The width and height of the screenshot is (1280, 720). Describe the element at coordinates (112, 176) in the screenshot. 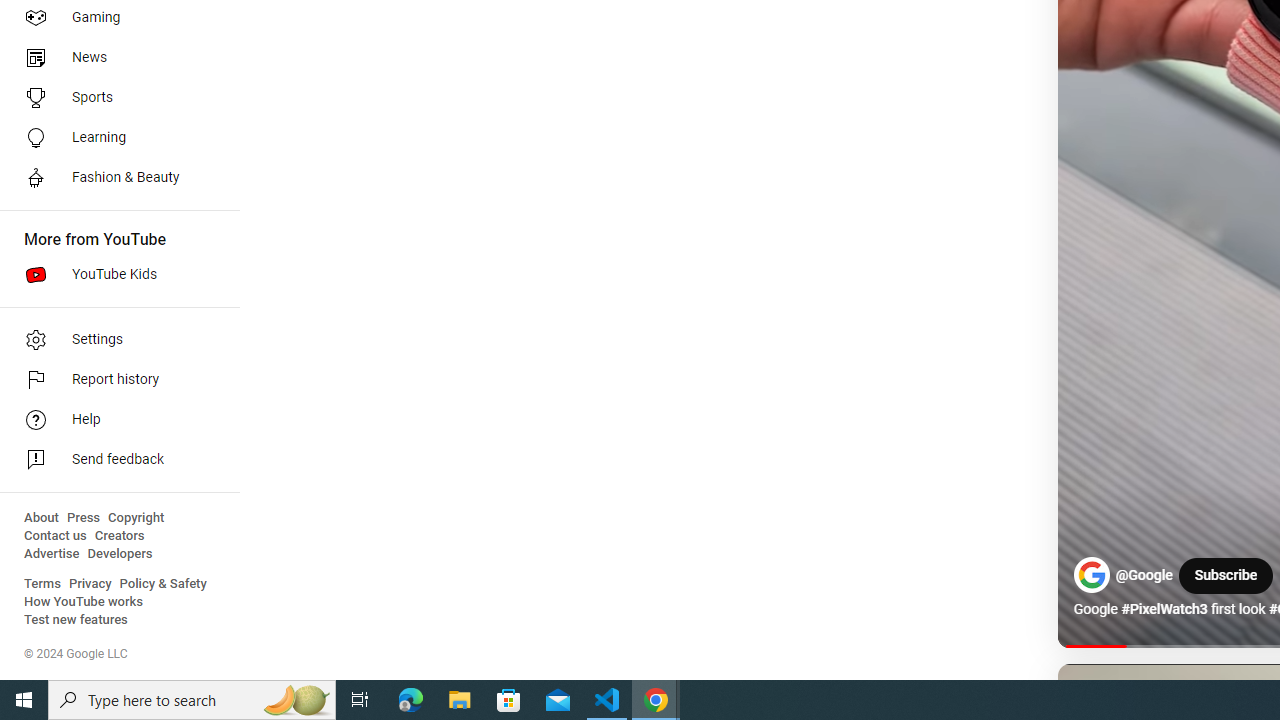

I see `'Fashion & Beauty'` at that location.